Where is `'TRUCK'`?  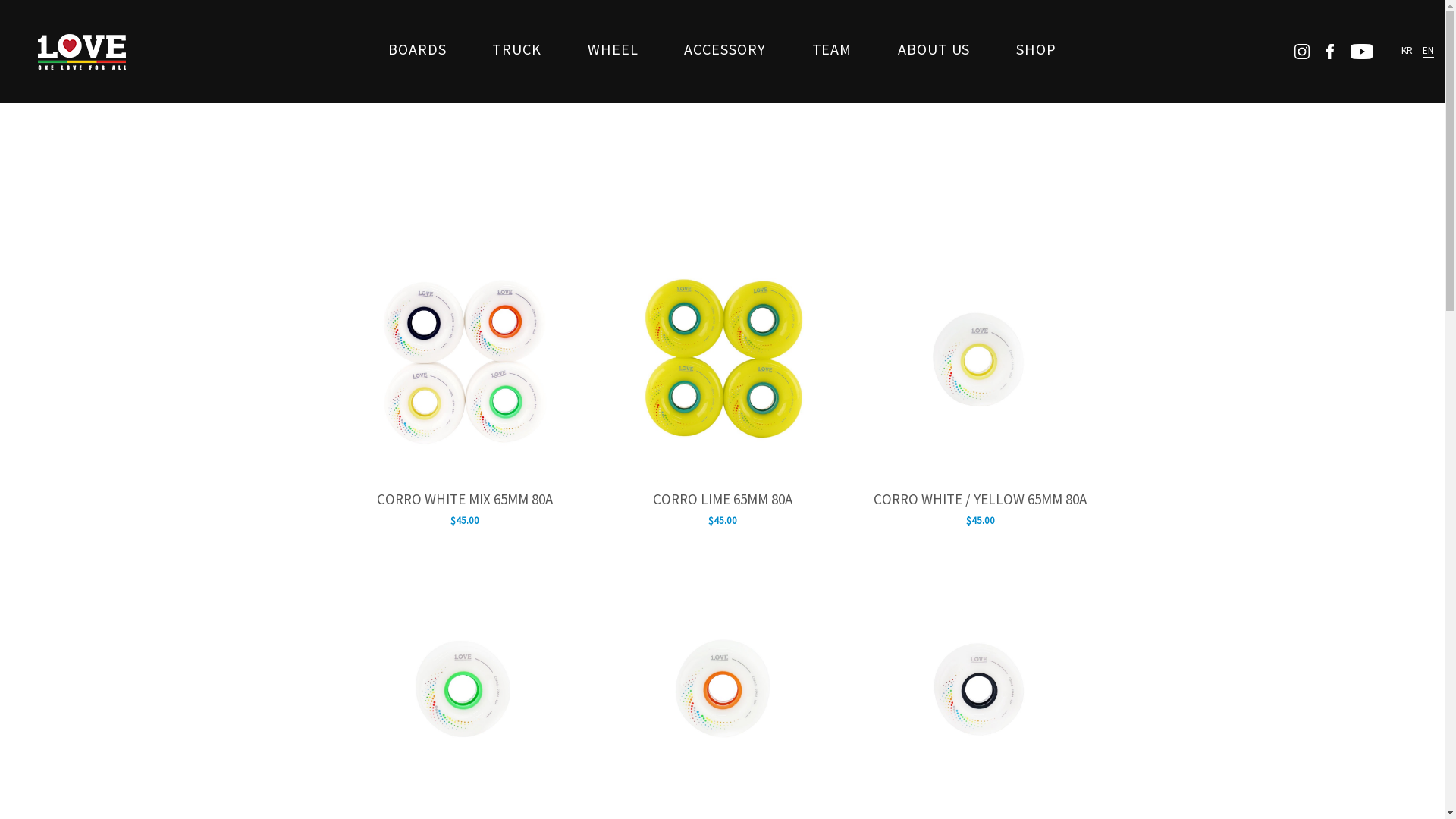 'TRUCK' is located at coordinates (482, 49).